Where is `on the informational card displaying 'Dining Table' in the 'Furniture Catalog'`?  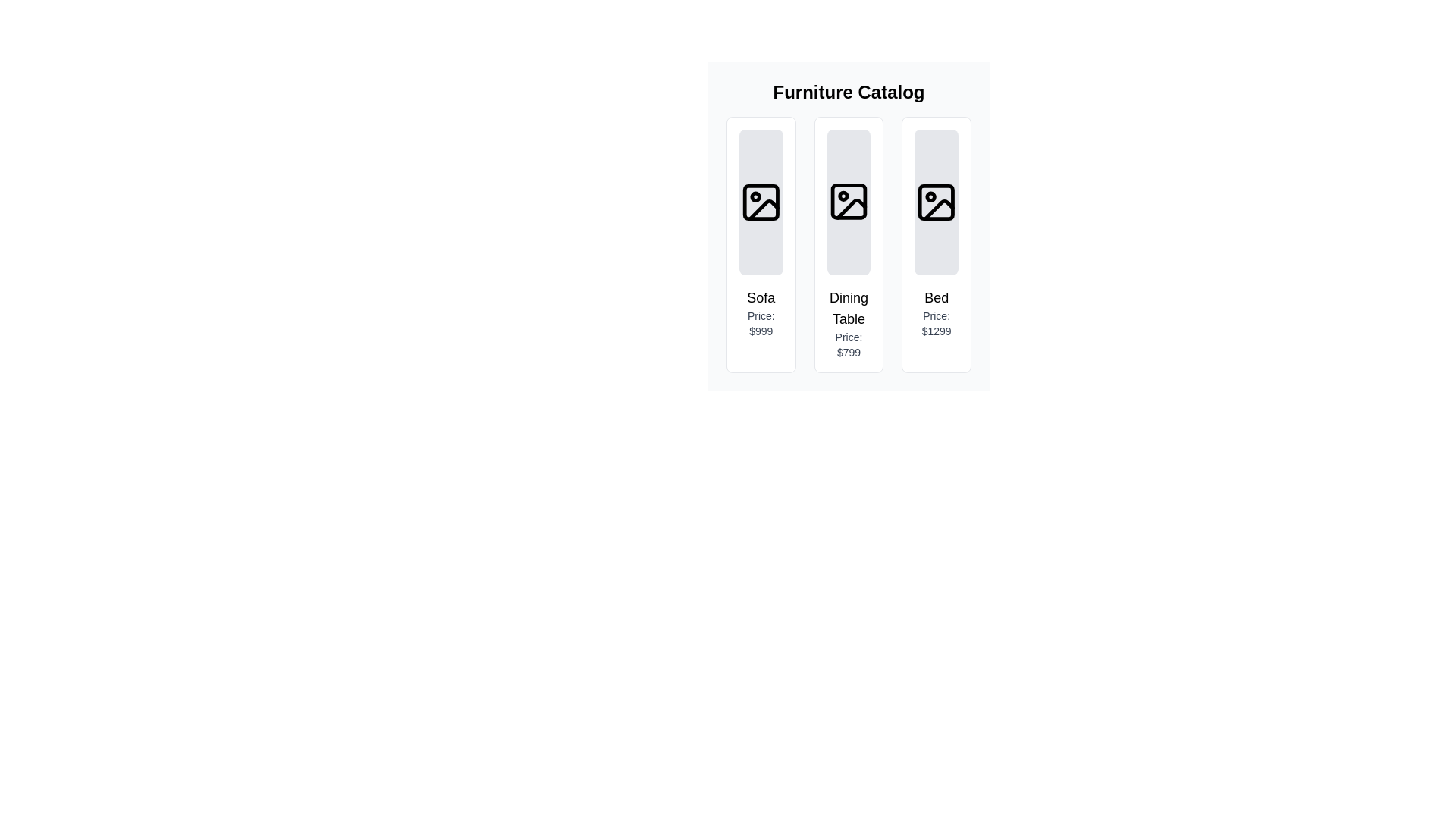 on the informational card displaying 'Dining Table' in the 'Furniture Catalog' is located at coordinates (848, 227).